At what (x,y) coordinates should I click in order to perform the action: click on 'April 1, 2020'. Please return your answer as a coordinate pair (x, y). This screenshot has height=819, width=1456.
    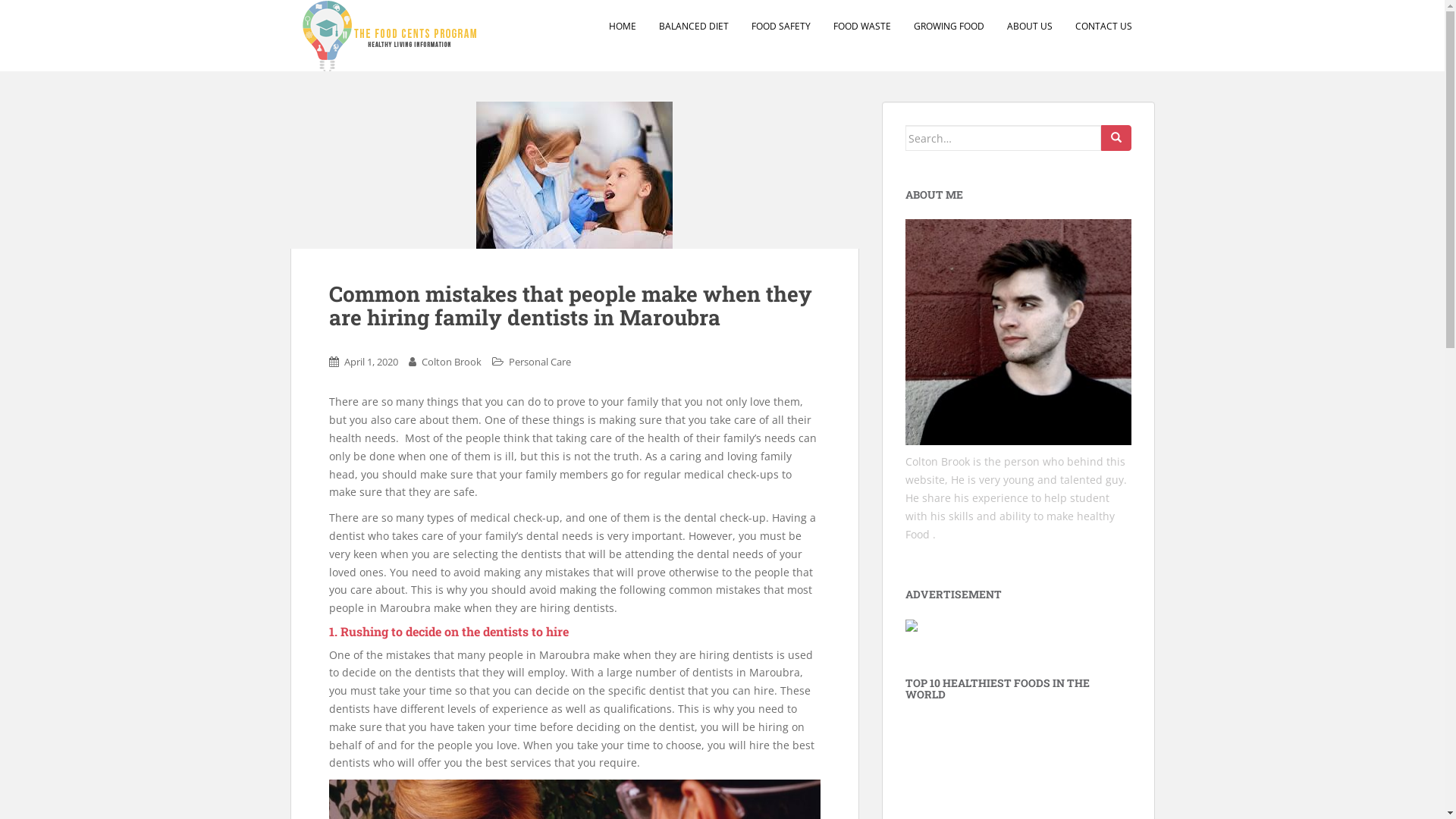
    Looking at the image, I should click on (371, 362).